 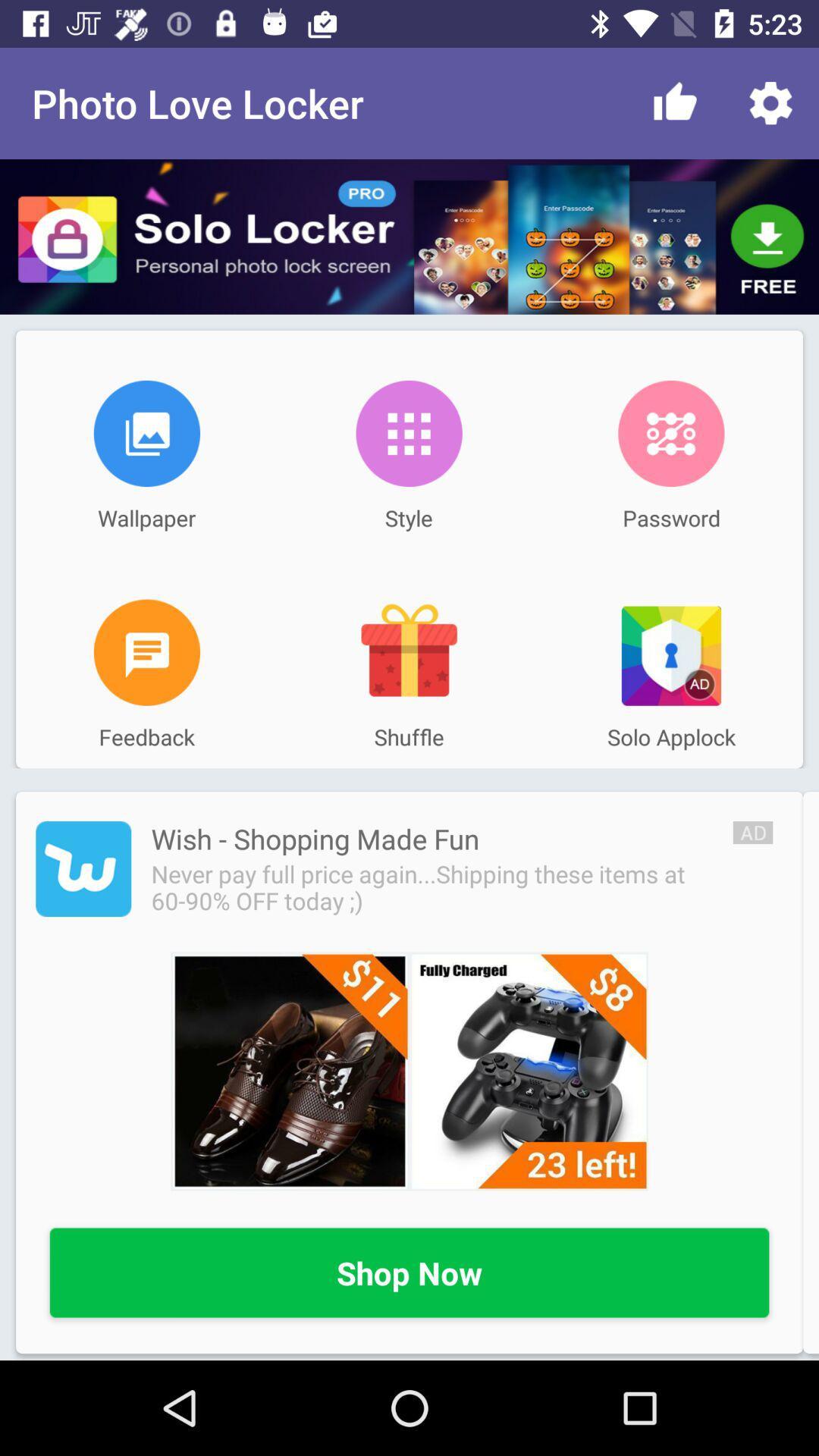 What do you see at coordinates (409, 1070) in the screenshot?
I see `open wish website` at bounding box center [409, 1070].